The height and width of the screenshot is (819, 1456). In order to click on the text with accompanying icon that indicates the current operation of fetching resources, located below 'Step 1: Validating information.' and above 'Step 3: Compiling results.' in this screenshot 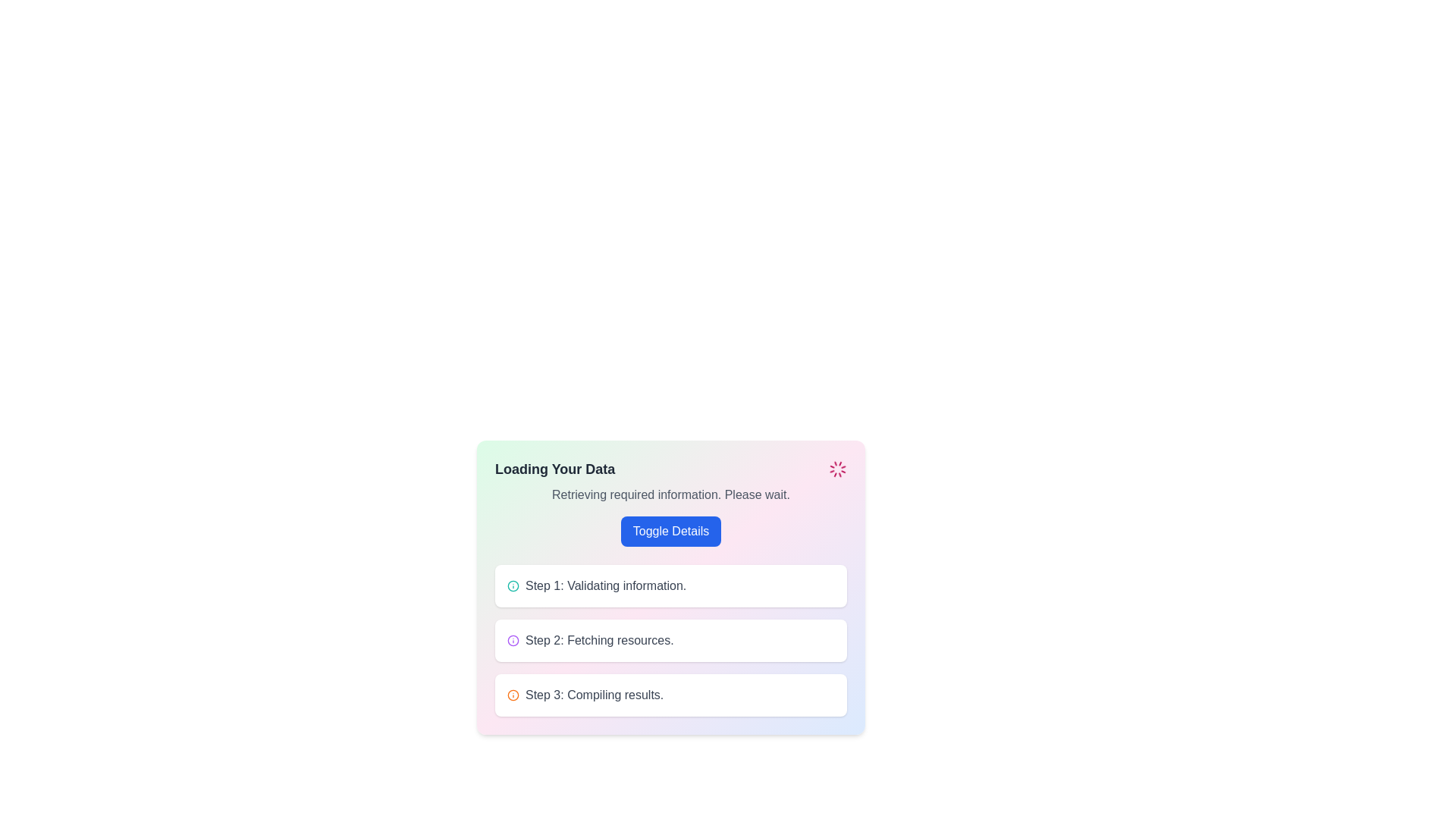, I will do `click(670, 640)`.